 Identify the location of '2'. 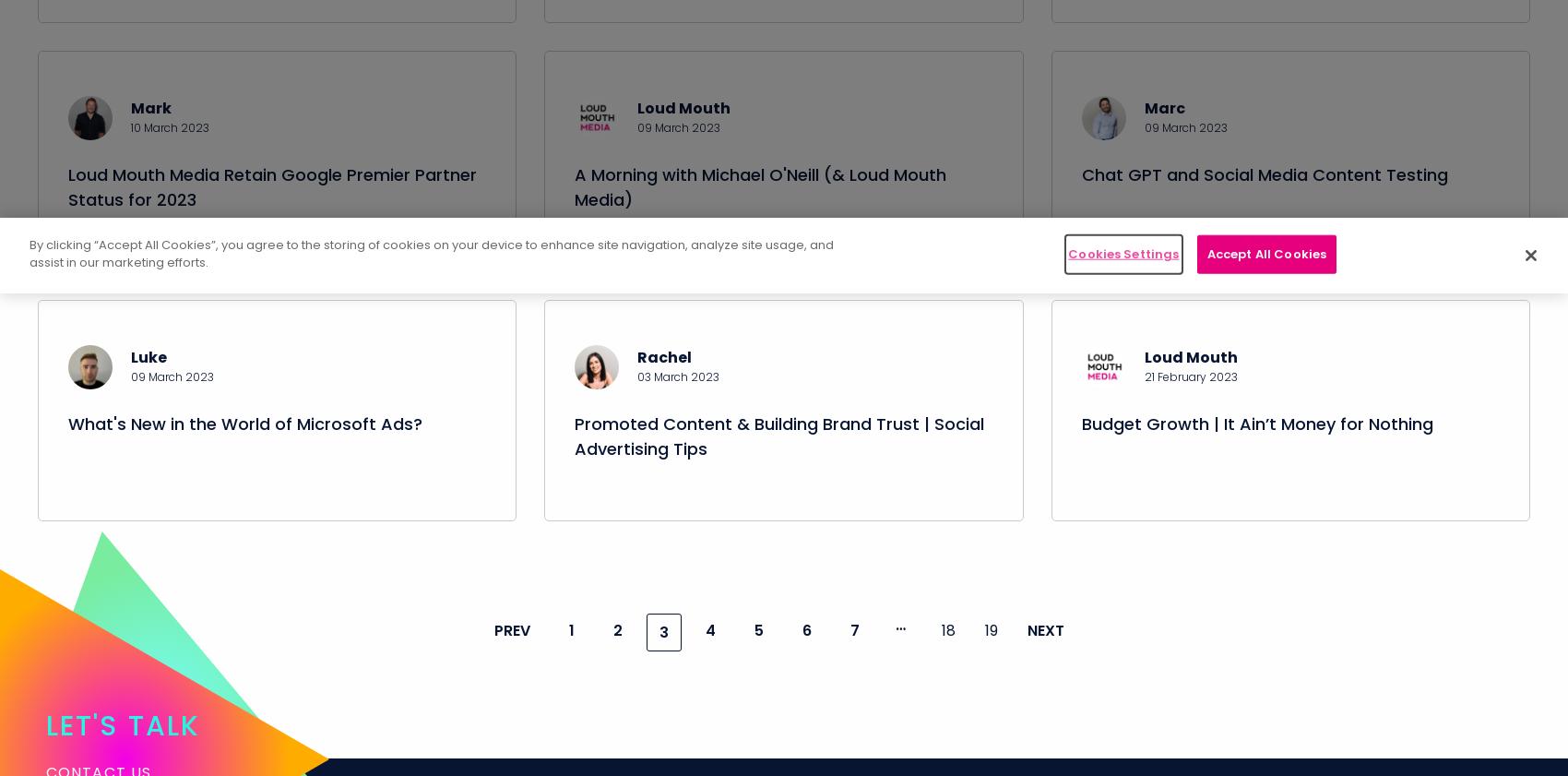
(617, 651).